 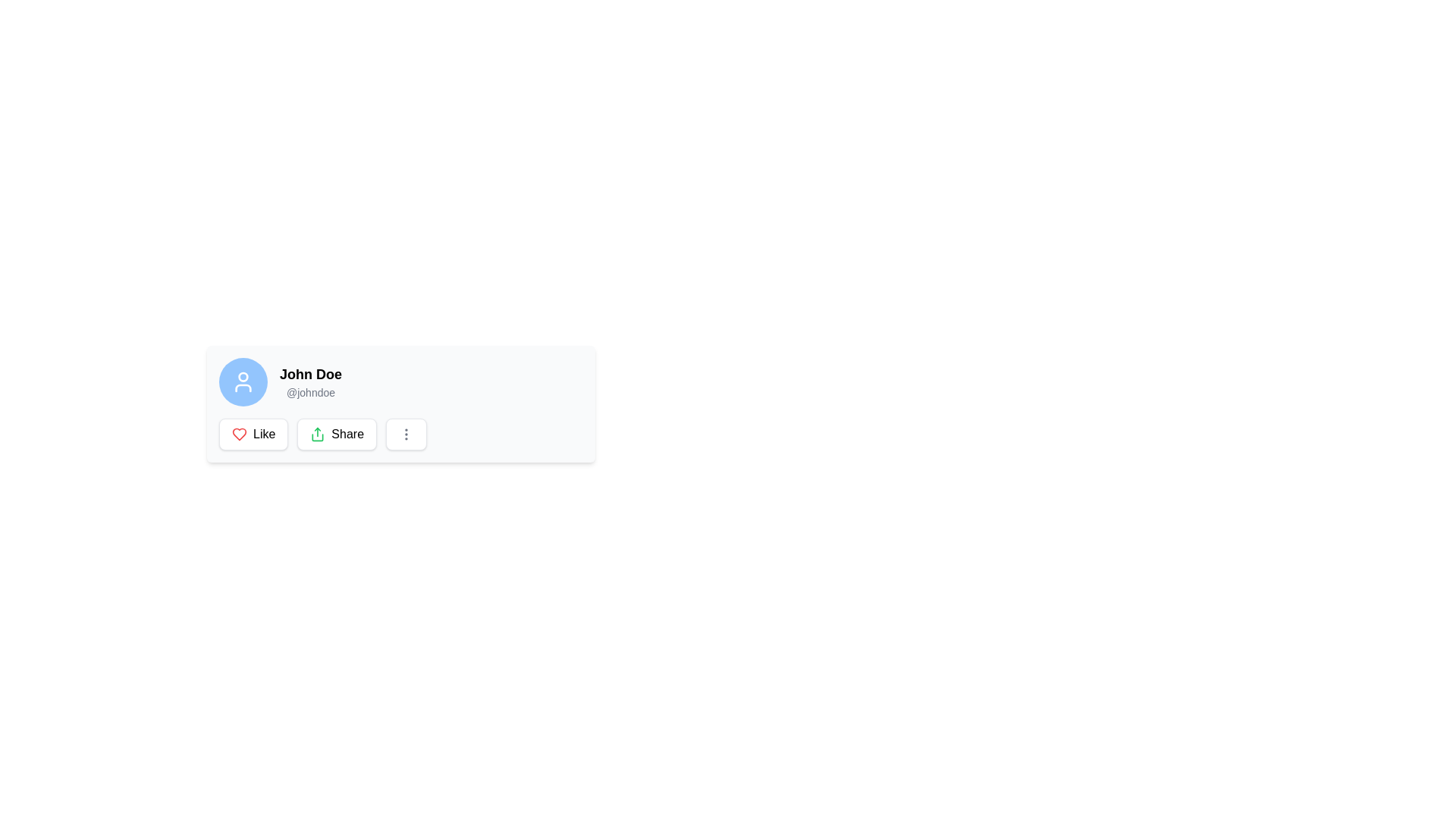 I want to click on the circular graphic element located within the user profile avatar icon, which is to the left of the username and user handle, so click(x=243, y=376).